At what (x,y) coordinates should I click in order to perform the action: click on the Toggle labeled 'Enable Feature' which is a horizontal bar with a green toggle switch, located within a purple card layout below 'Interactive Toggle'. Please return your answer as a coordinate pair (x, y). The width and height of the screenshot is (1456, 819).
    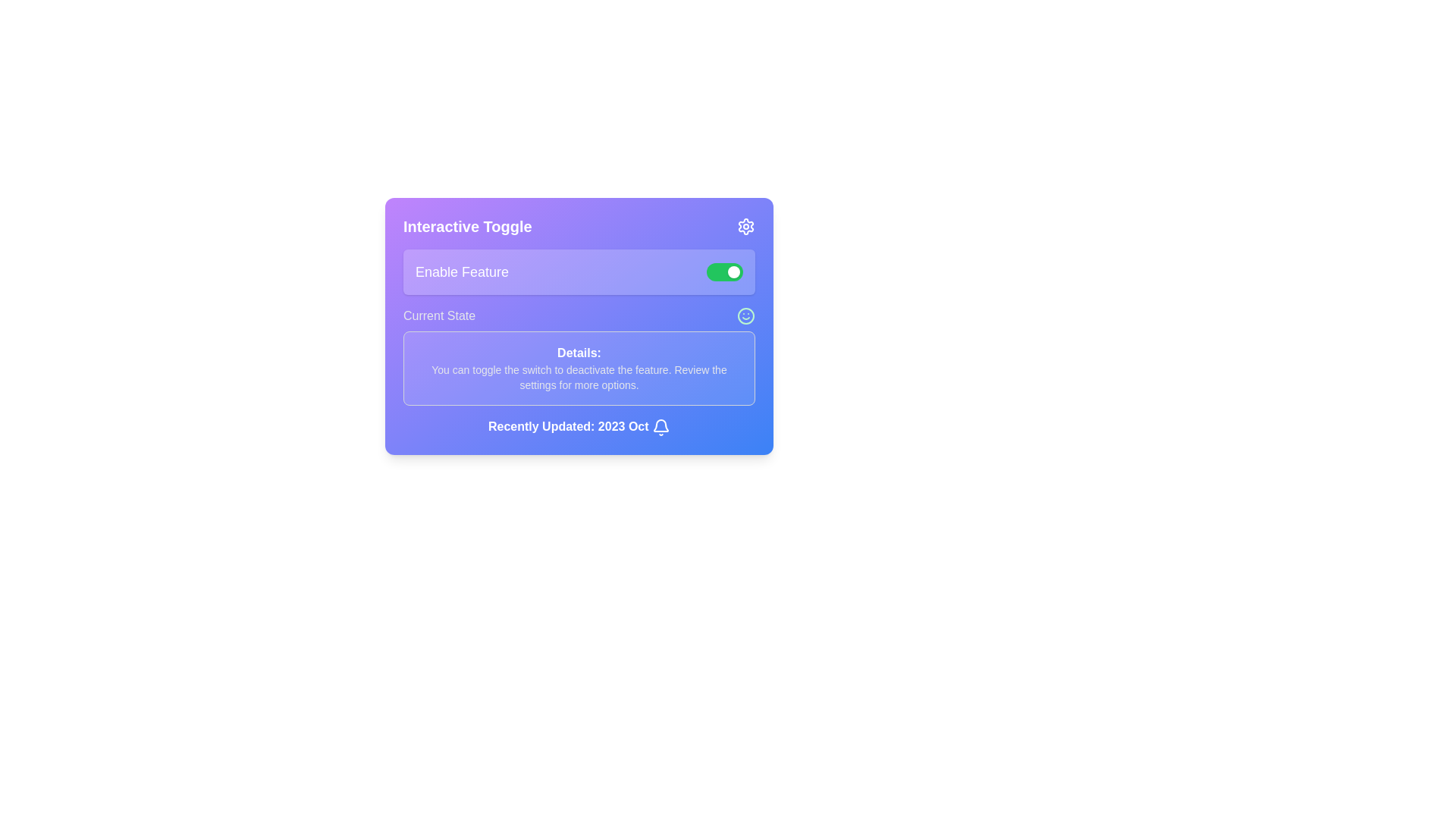
    Looking at the image, I should click on (578, 271).